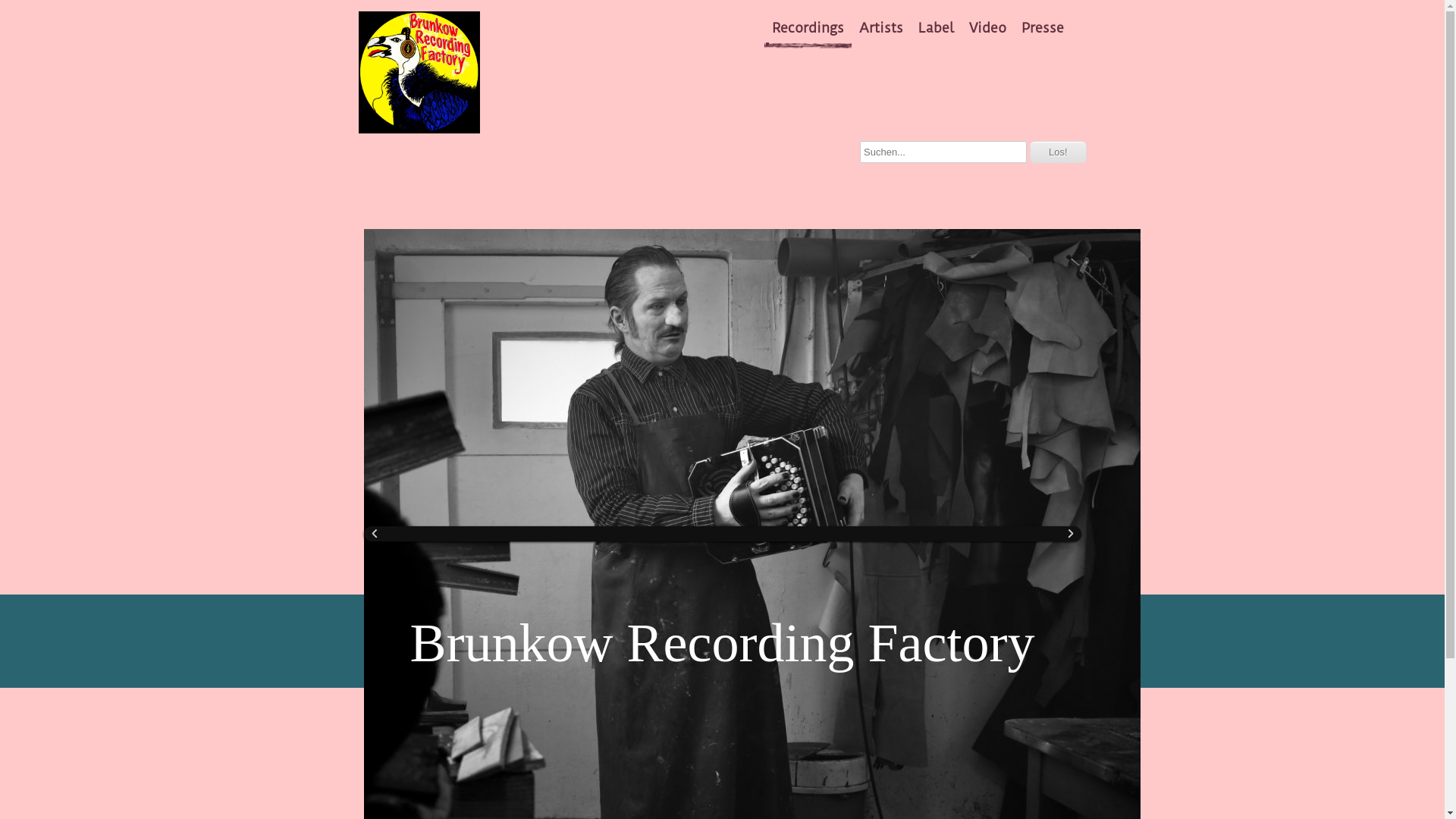  Describe the element at coordinates (807, 28) in the screenshot. I see `'Recordings'` at that location.